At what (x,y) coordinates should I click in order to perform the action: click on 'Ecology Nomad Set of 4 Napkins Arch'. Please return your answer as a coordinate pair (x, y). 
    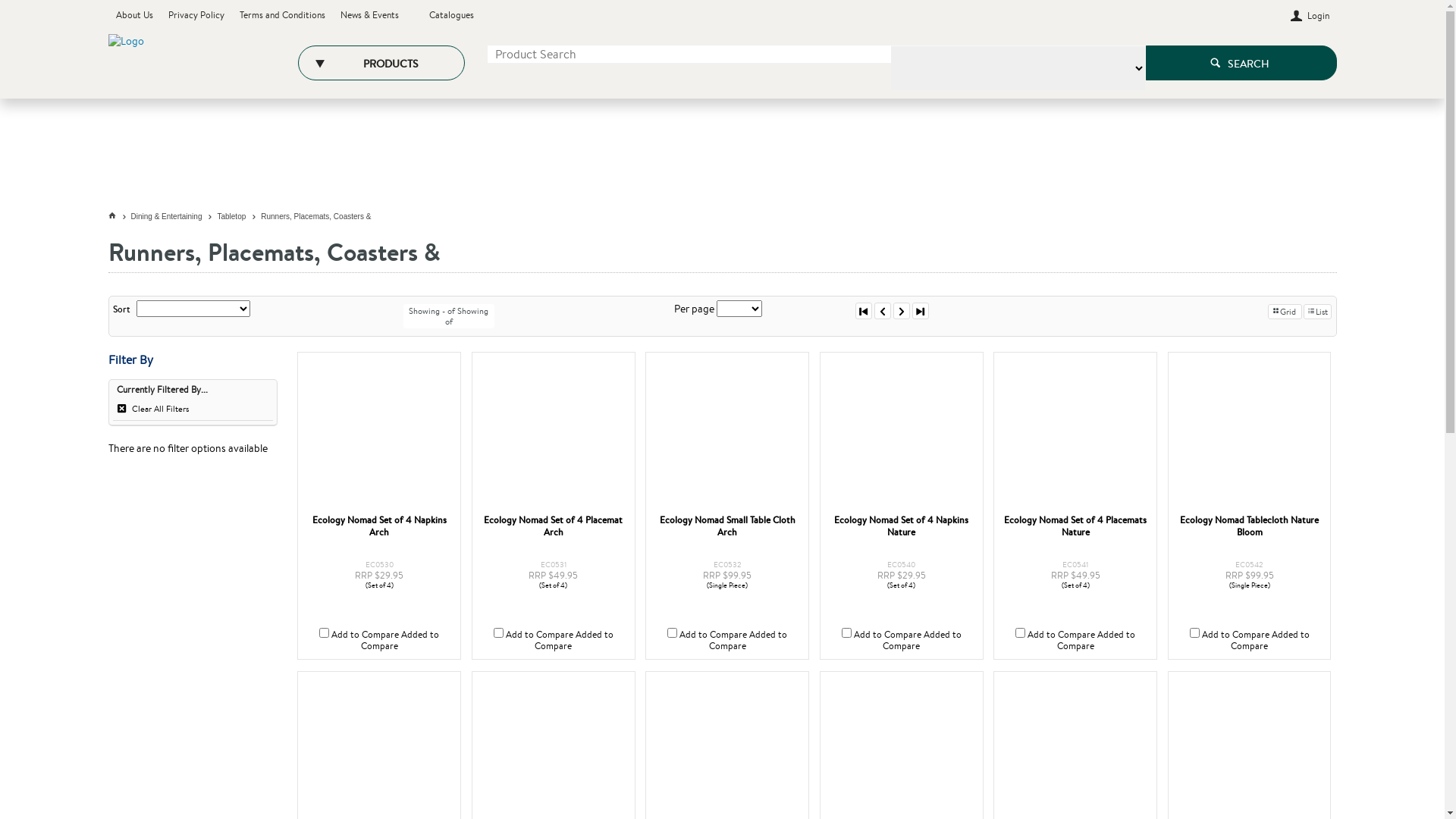
    Looking at the image, I should click on (304, 433).